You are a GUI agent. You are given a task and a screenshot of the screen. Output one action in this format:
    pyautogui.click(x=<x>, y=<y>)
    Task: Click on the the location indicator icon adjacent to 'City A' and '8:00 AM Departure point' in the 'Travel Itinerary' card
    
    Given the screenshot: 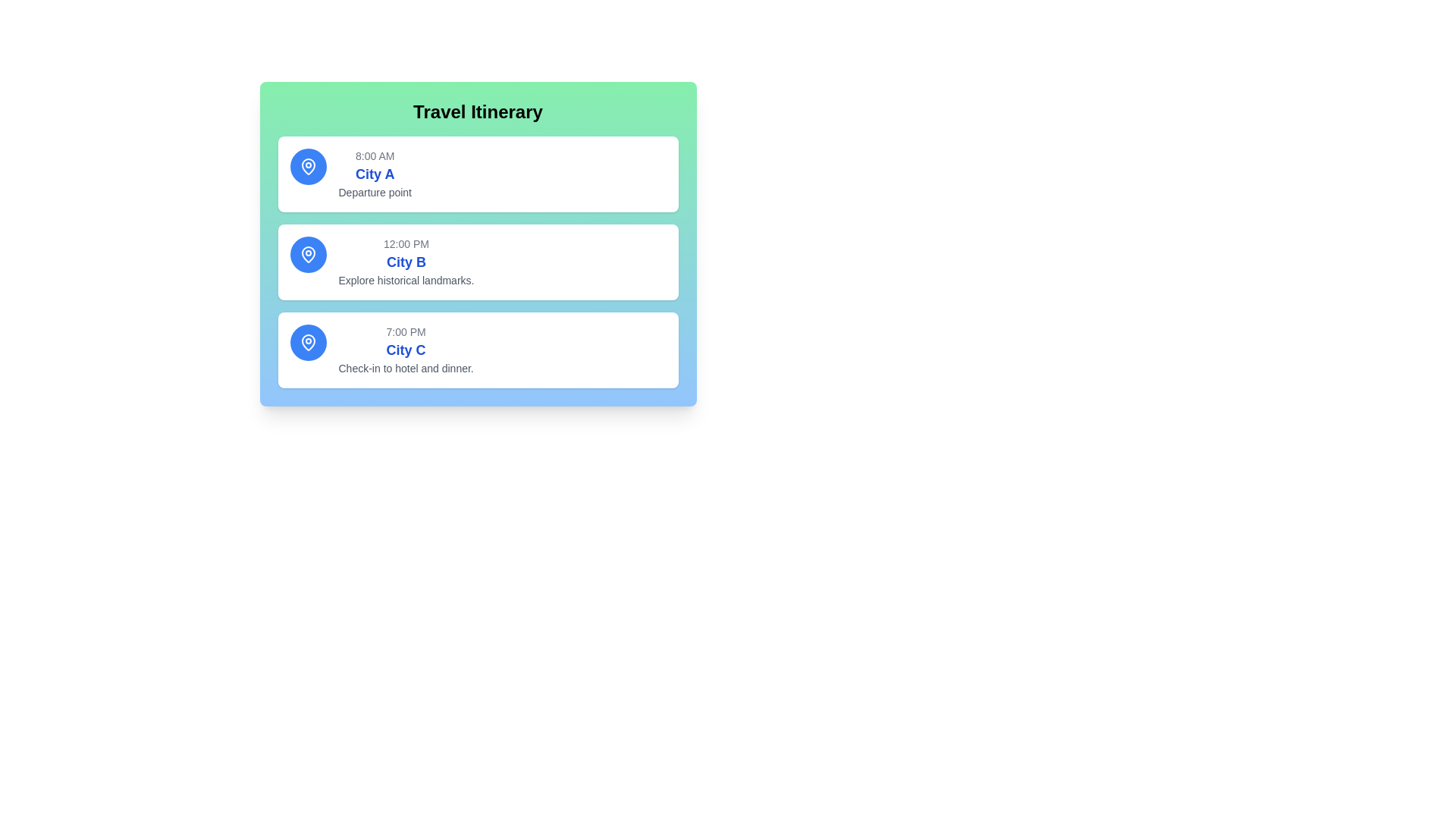 What is the action you would take?
    pyautogui.click(x=307, y=166)
    